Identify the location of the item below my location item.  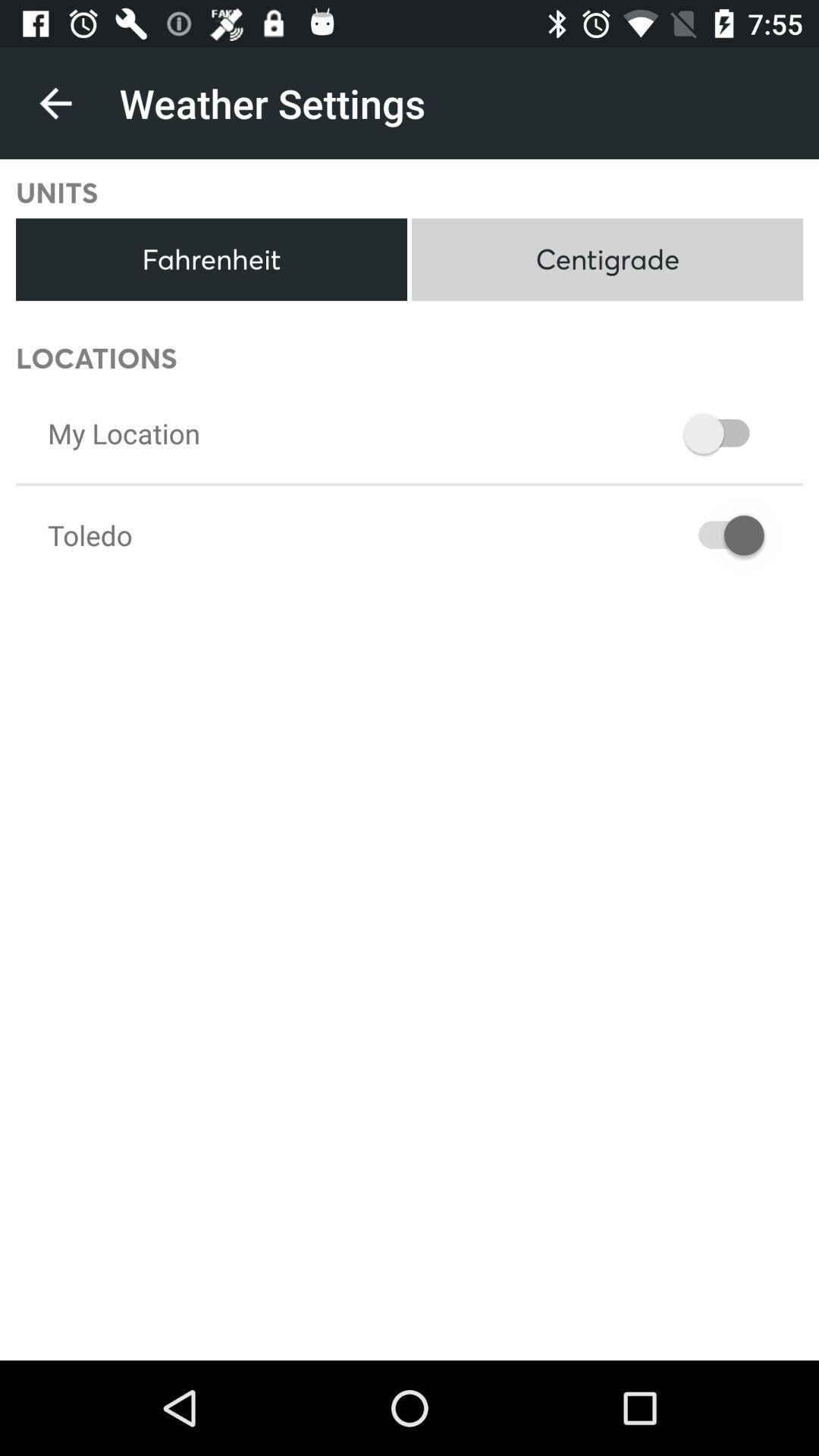
(89, 535).